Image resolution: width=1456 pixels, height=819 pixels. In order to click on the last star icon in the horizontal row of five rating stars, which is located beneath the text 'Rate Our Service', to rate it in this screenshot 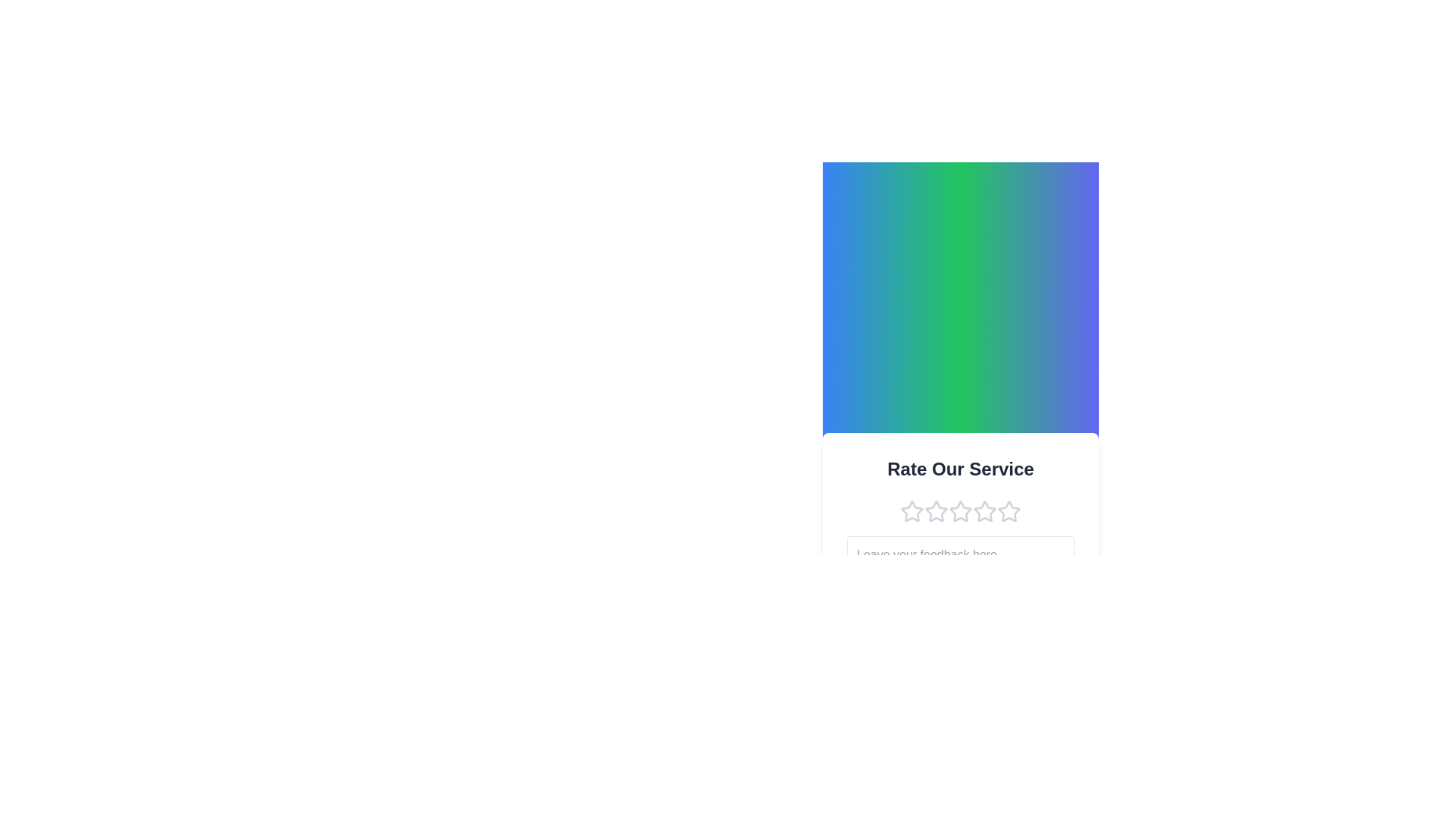, I will do `click(1009, 511)`.